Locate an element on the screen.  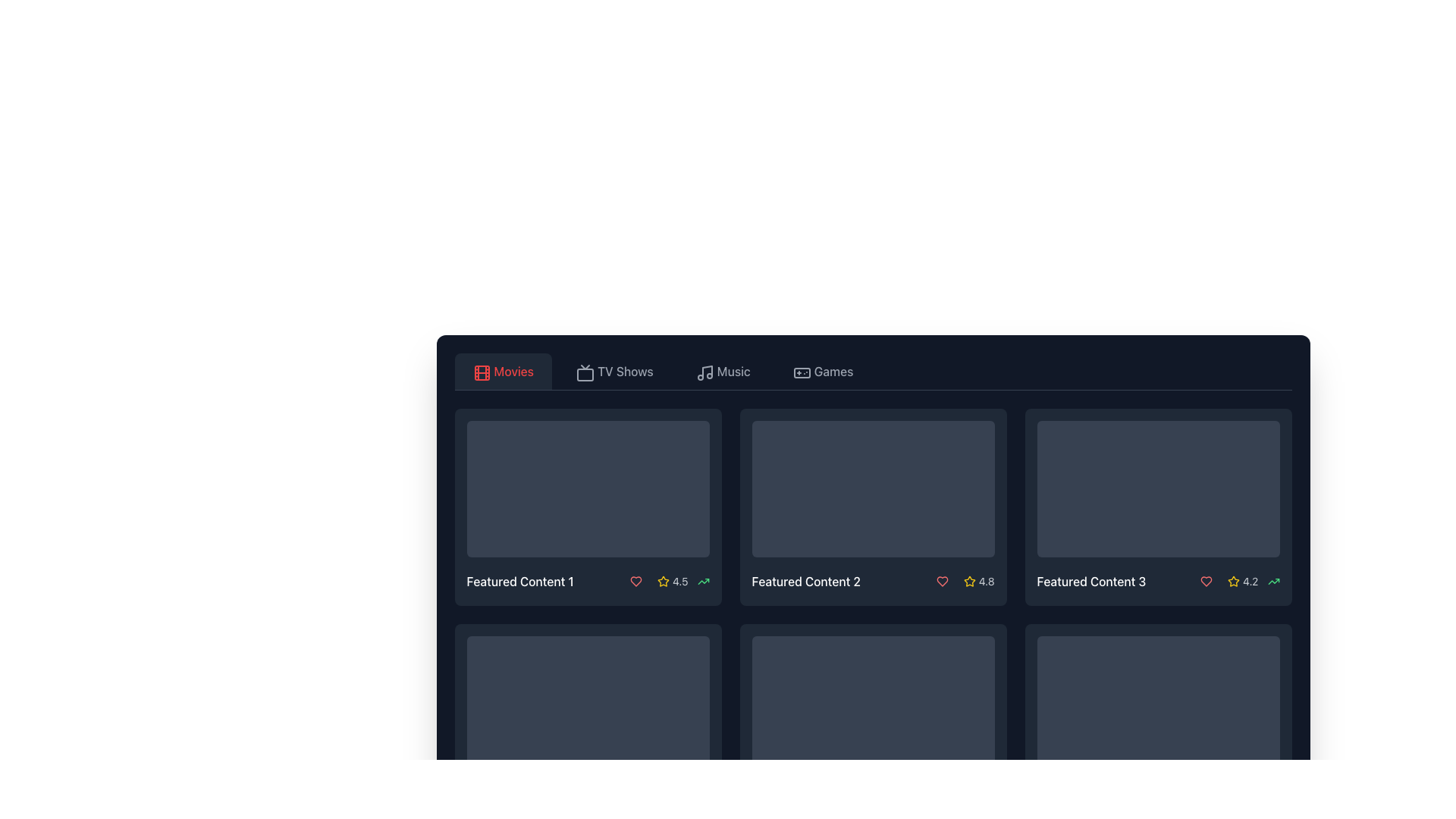
the 'trending up' icon located at the bottom section of the 'Featured Content 1' card, which visually indicates a positive movement in a related metric is located at coordinates (702, 581).